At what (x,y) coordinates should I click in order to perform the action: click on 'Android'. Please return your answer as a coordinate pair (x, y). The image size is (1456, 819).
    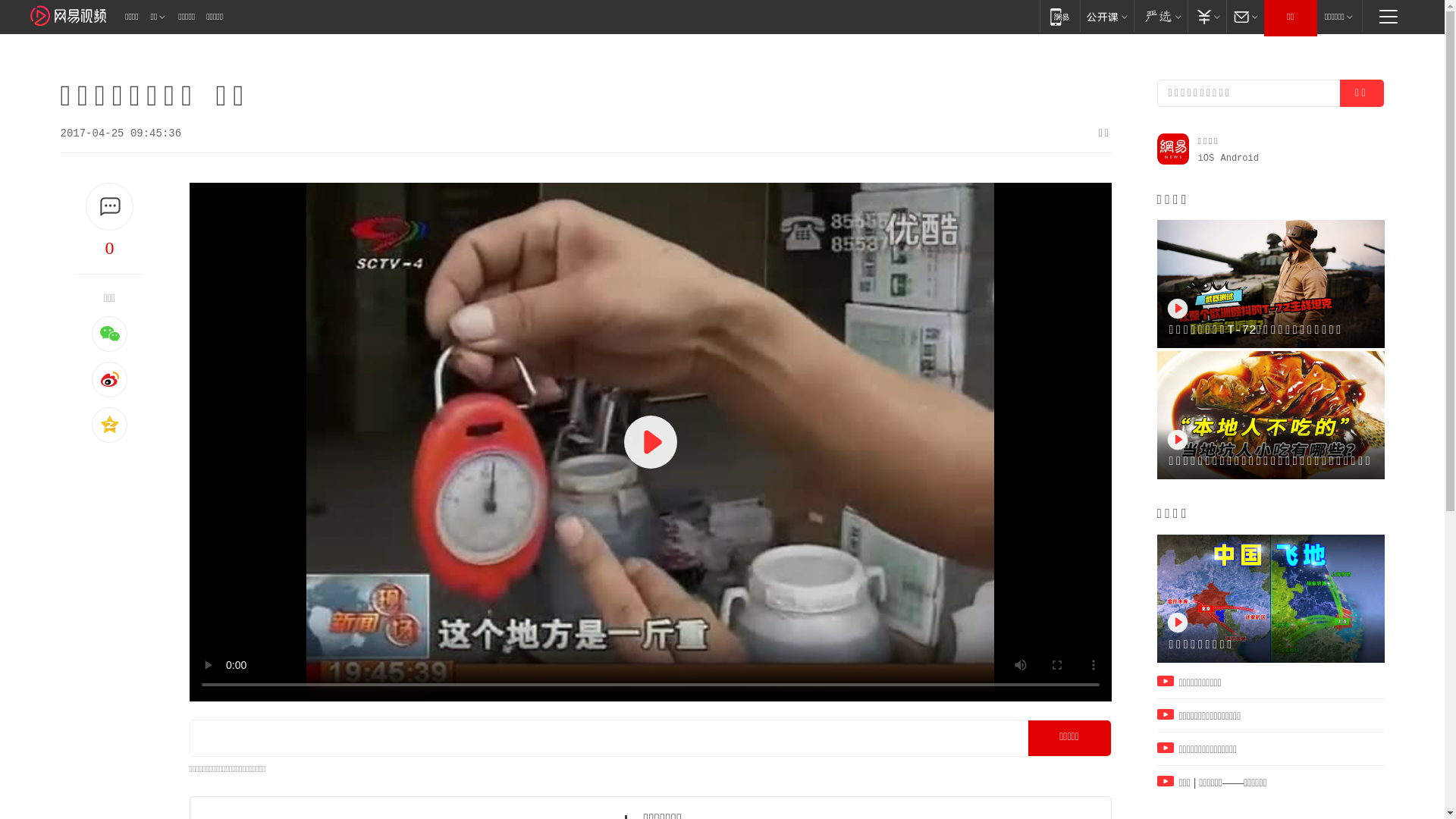
    Looking at the image, I should click on (1220, 158).